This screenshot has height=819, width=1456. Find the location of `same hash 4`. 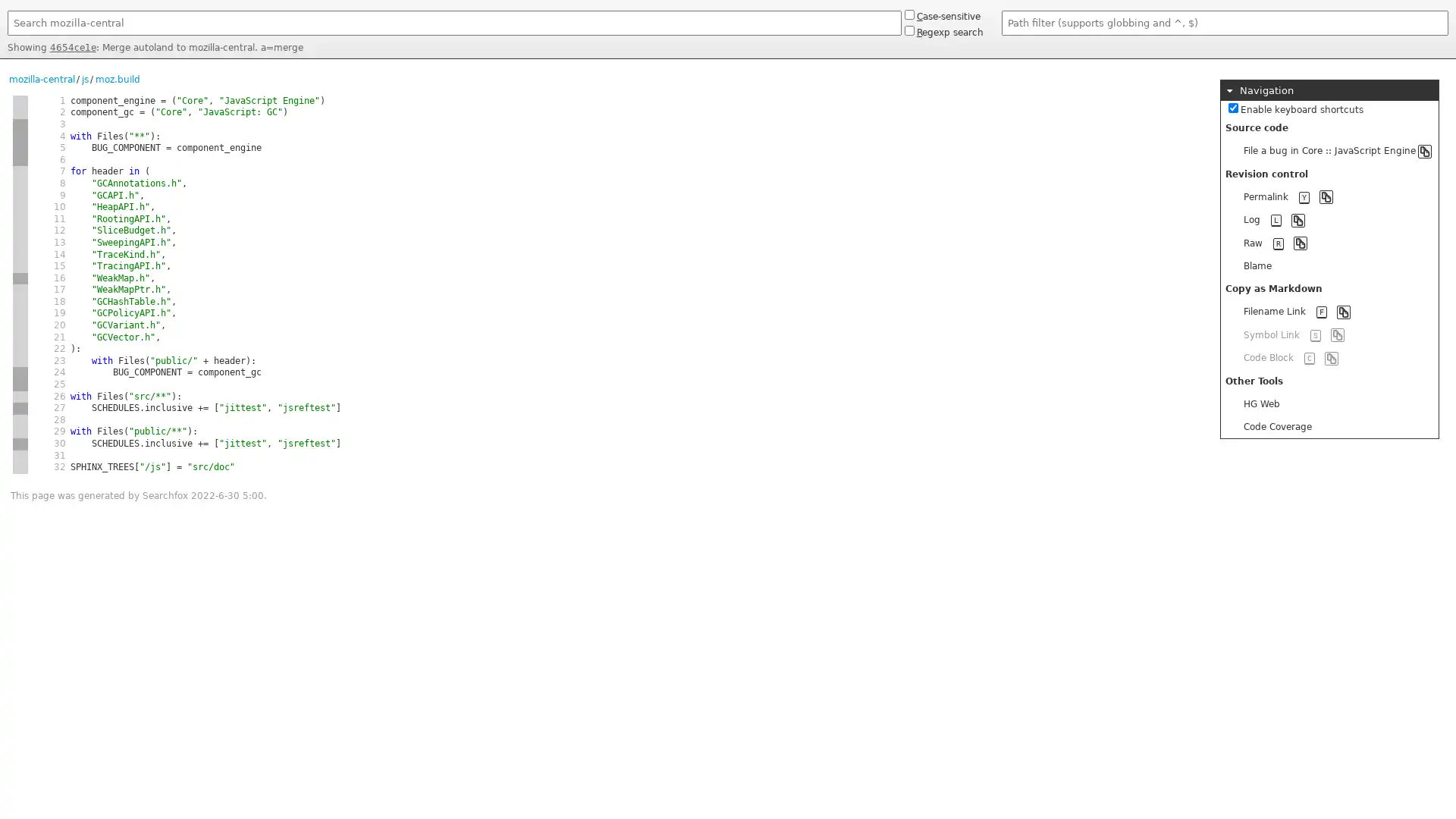

same hash 4 is located at coordinates (20, 432).